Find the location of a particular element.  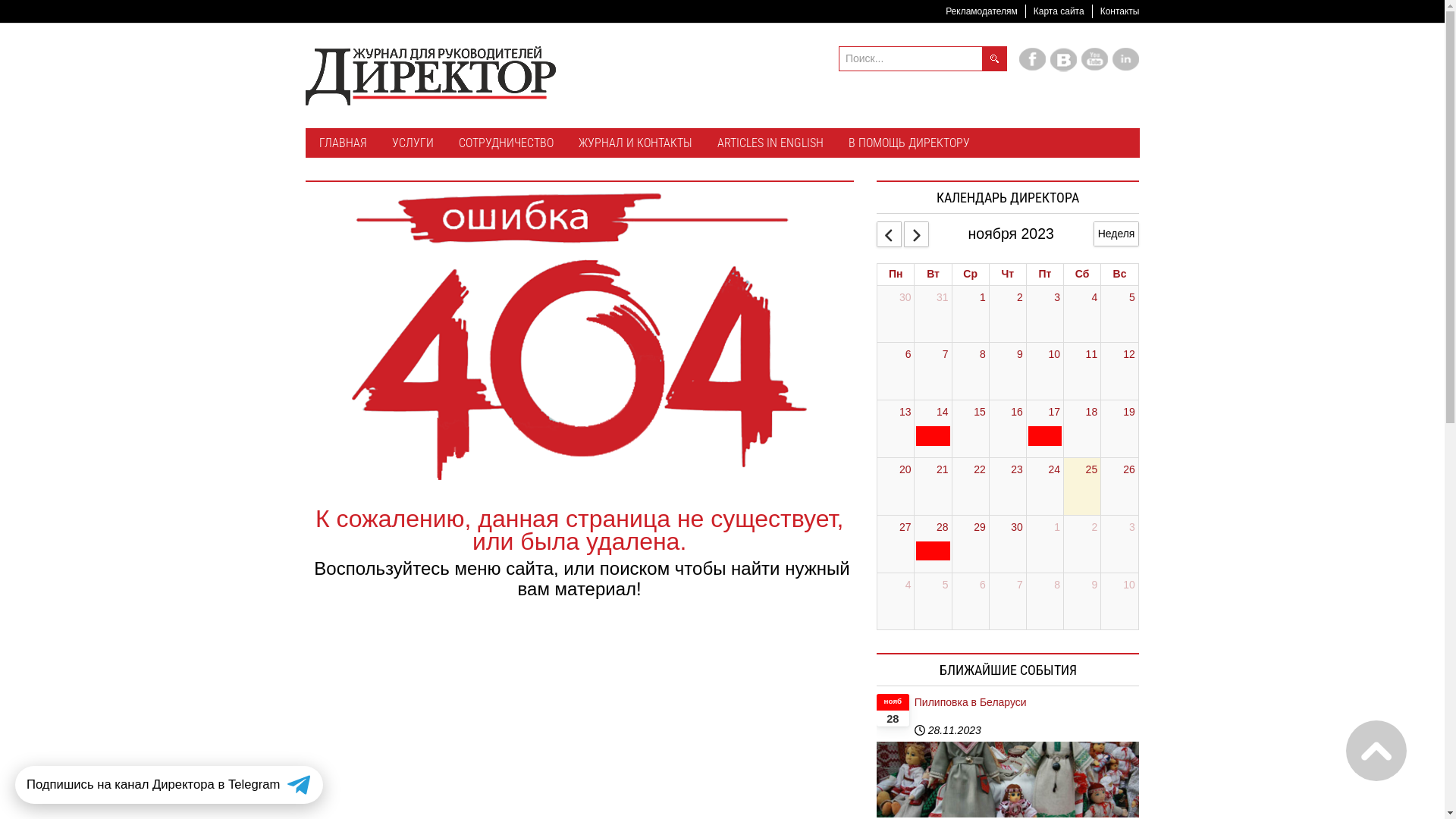

'23' is located at coordinates (1016, 469).